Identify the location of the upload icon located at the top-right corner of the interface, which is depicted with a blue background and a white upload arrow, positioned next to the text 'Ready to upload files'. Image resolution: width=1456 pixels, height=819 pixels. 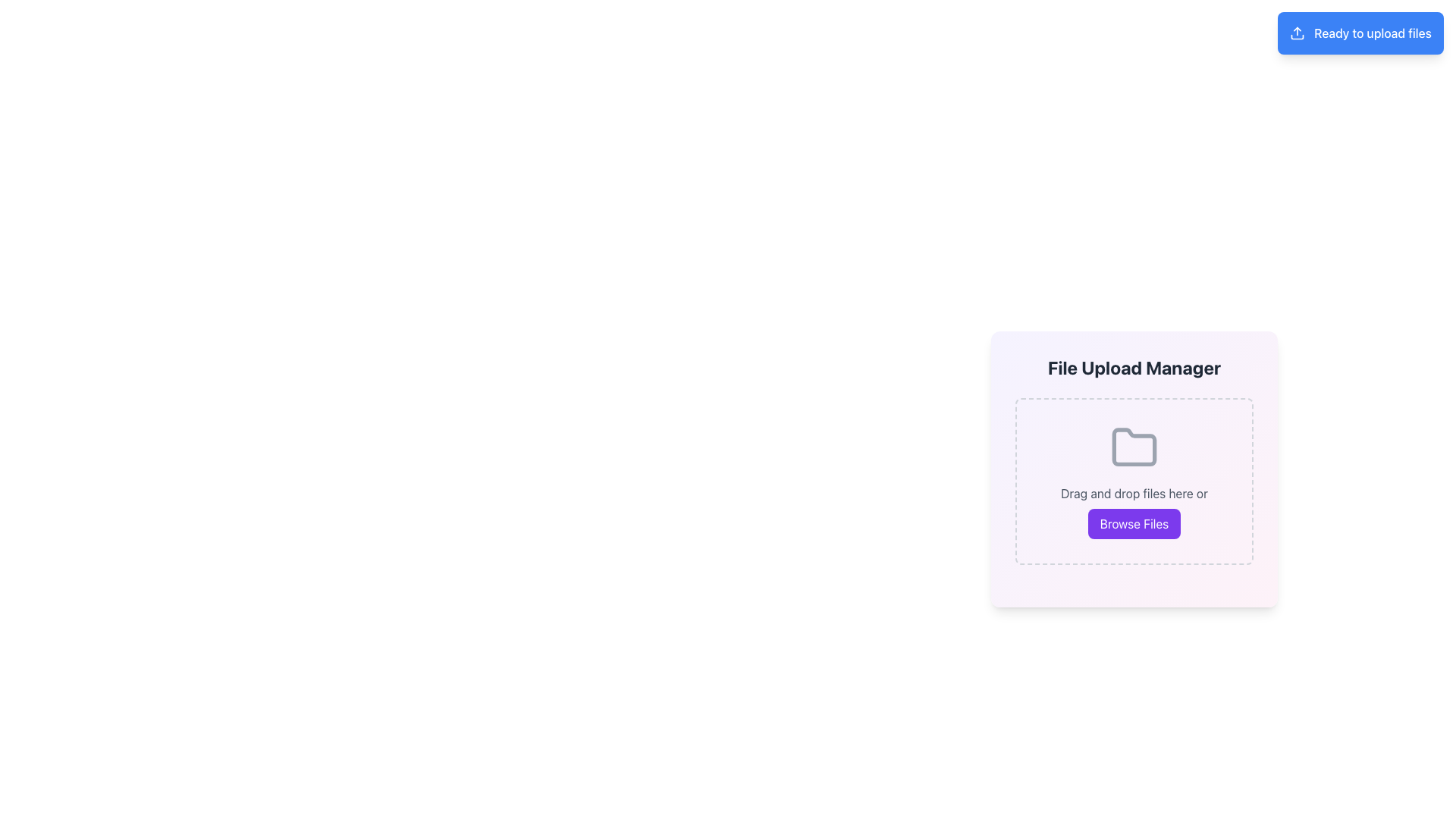
(1297, 33).